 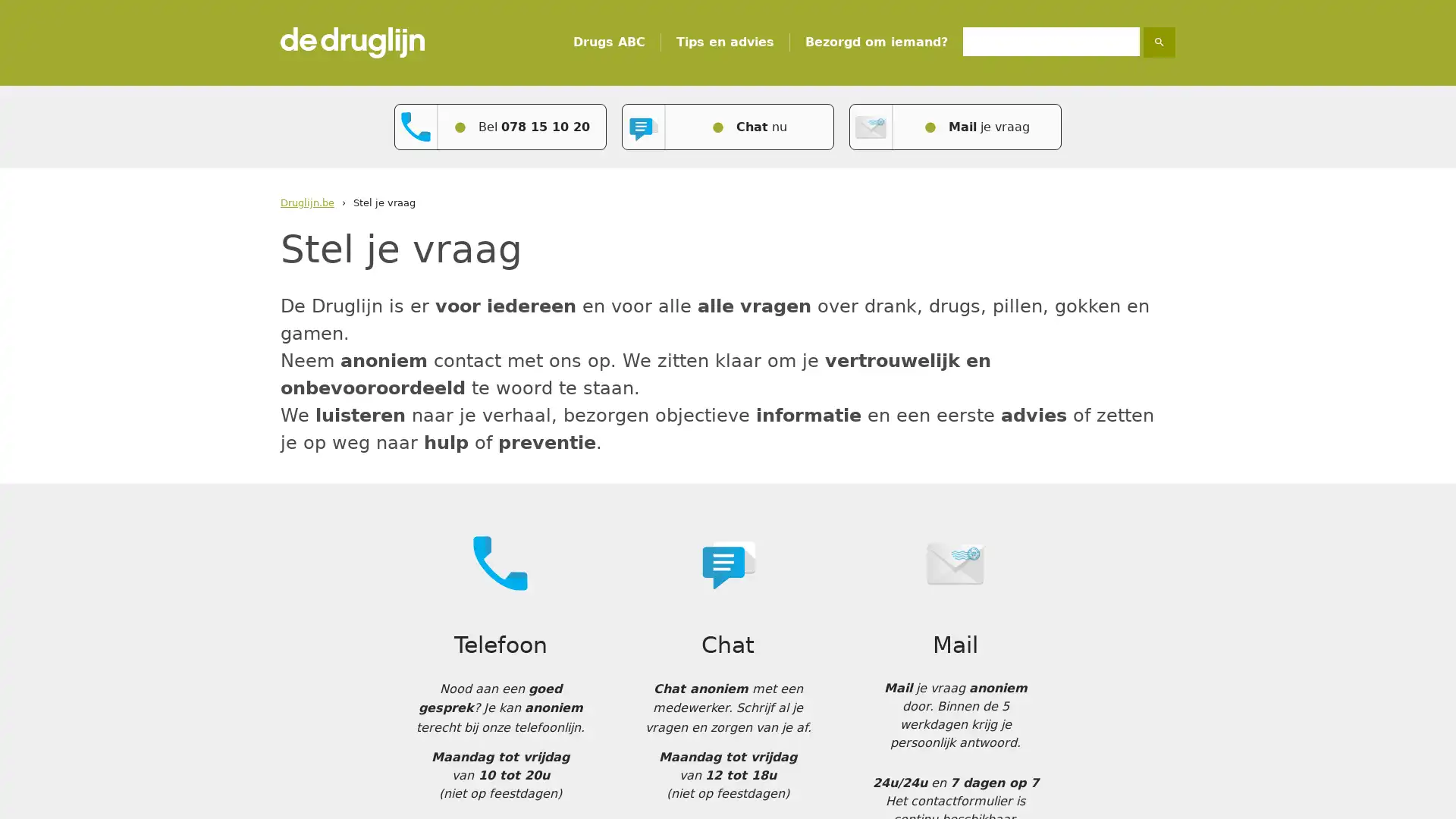 What do you see at coordinates (728, 126) in the screenshot?
I see `Chat nu` at bounding box center [728, 126].